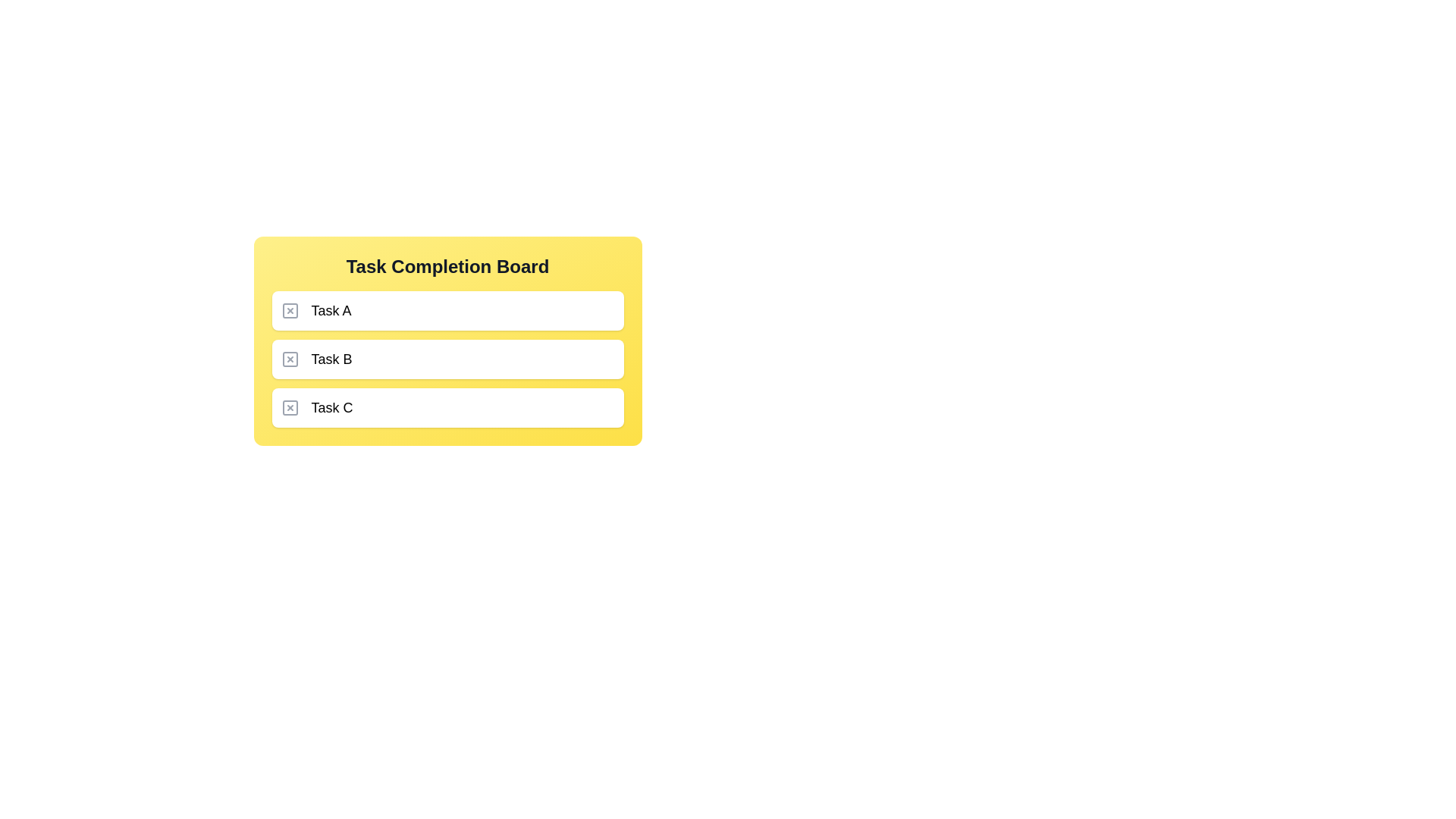  What do you see at coordinates (290, 359) in the screenshot?
I see `the button to remove or close the associated task, located to the left of 'Task B' in the task list` at bounding box center [290, 359].